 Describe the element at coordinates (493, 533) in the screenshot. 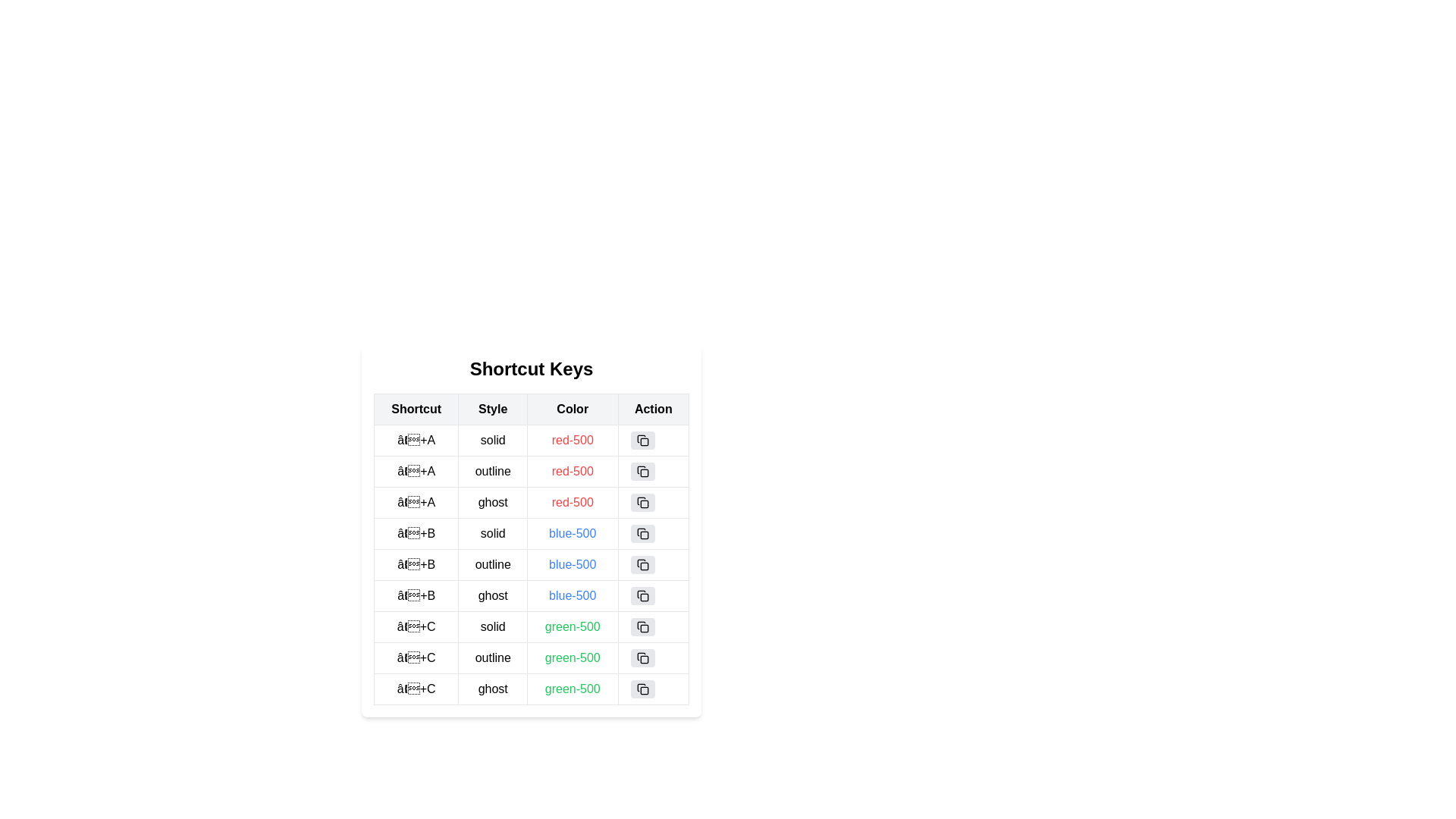

I see `the Text label representing the styling type associated with the shortcut key '⌘+B', located in the second row of blue entries under the 'Style' column` at that location.